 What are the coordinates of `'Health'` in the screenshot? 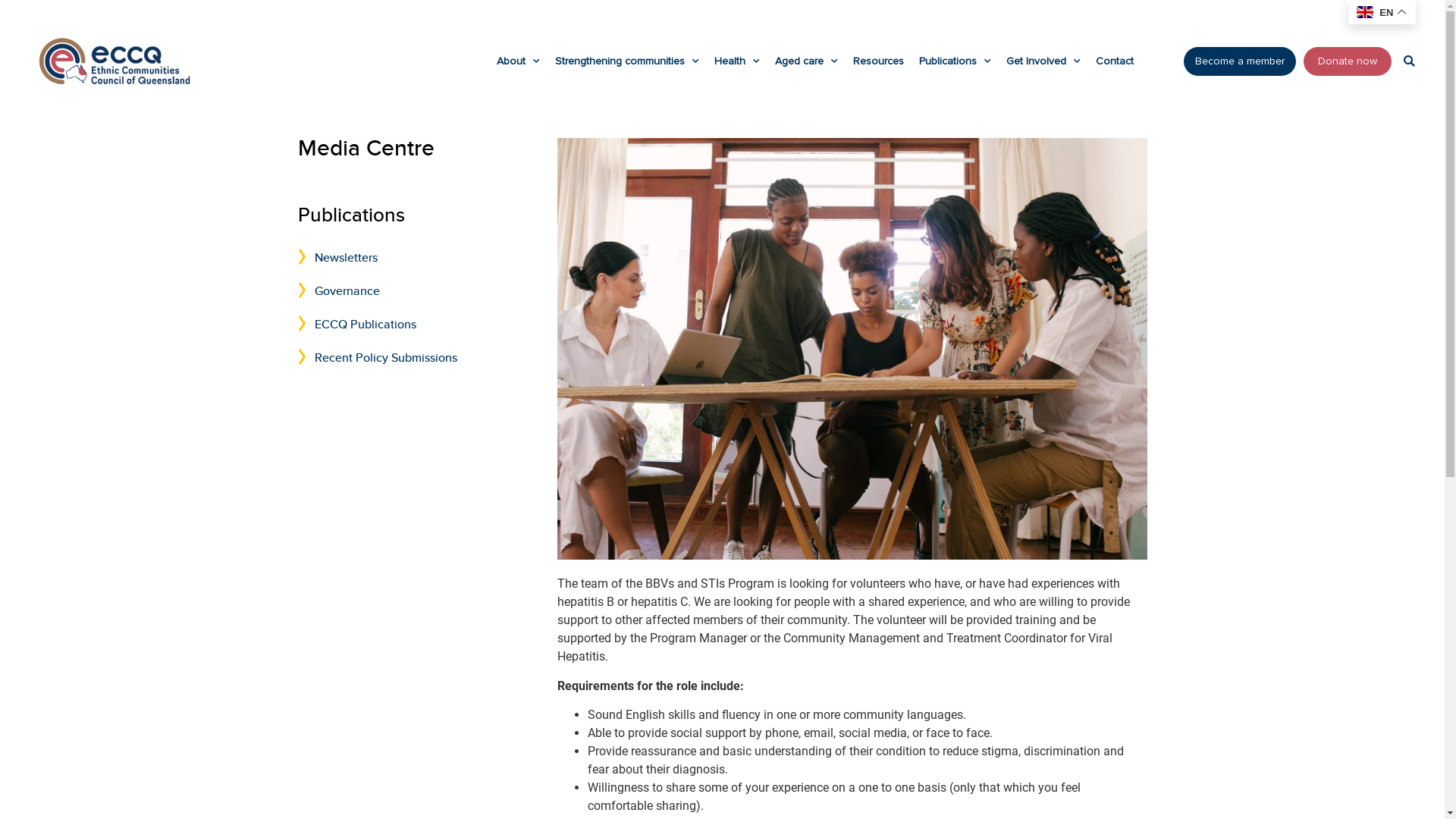 It's located at (736, 61).